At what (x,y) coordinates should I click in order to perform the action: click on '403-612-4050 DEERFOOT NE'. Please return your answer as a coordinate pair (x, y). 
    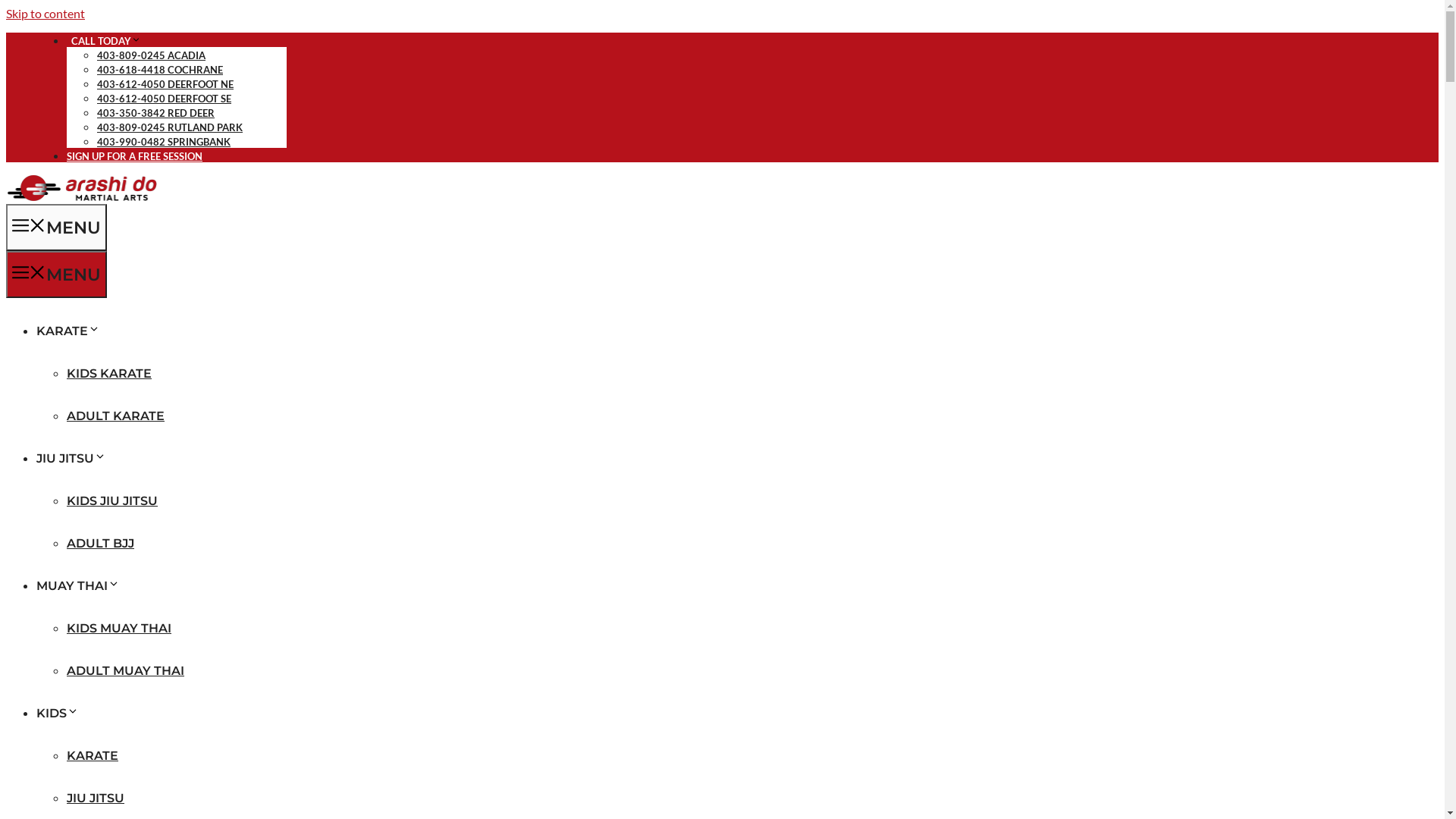
    Looking at the image, I should click on (165, 84).